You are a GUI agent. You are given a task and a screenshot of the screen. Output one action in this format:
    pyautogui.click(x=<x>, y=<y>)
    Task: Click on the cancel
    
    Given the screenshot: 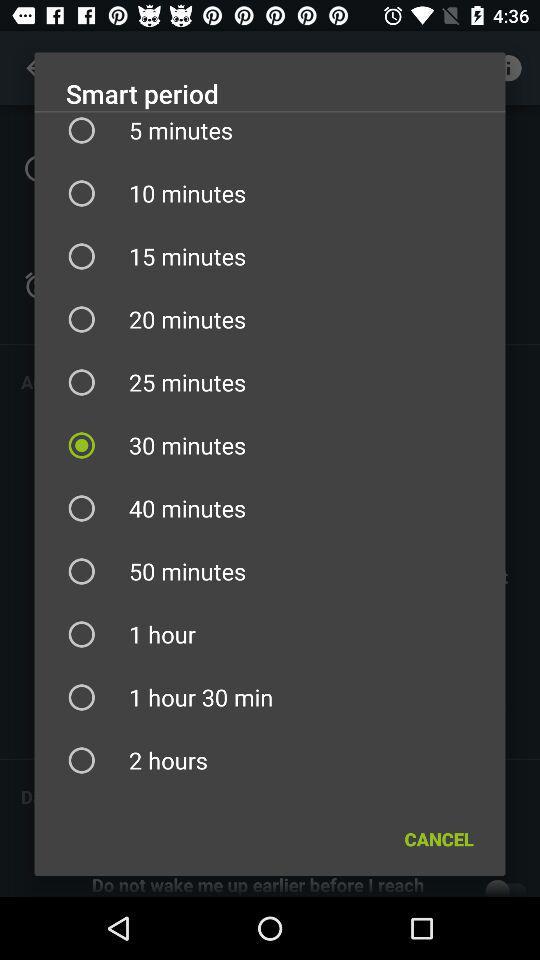 What is the action you would take?
    pyautogui.click(x=438, y=839)
    